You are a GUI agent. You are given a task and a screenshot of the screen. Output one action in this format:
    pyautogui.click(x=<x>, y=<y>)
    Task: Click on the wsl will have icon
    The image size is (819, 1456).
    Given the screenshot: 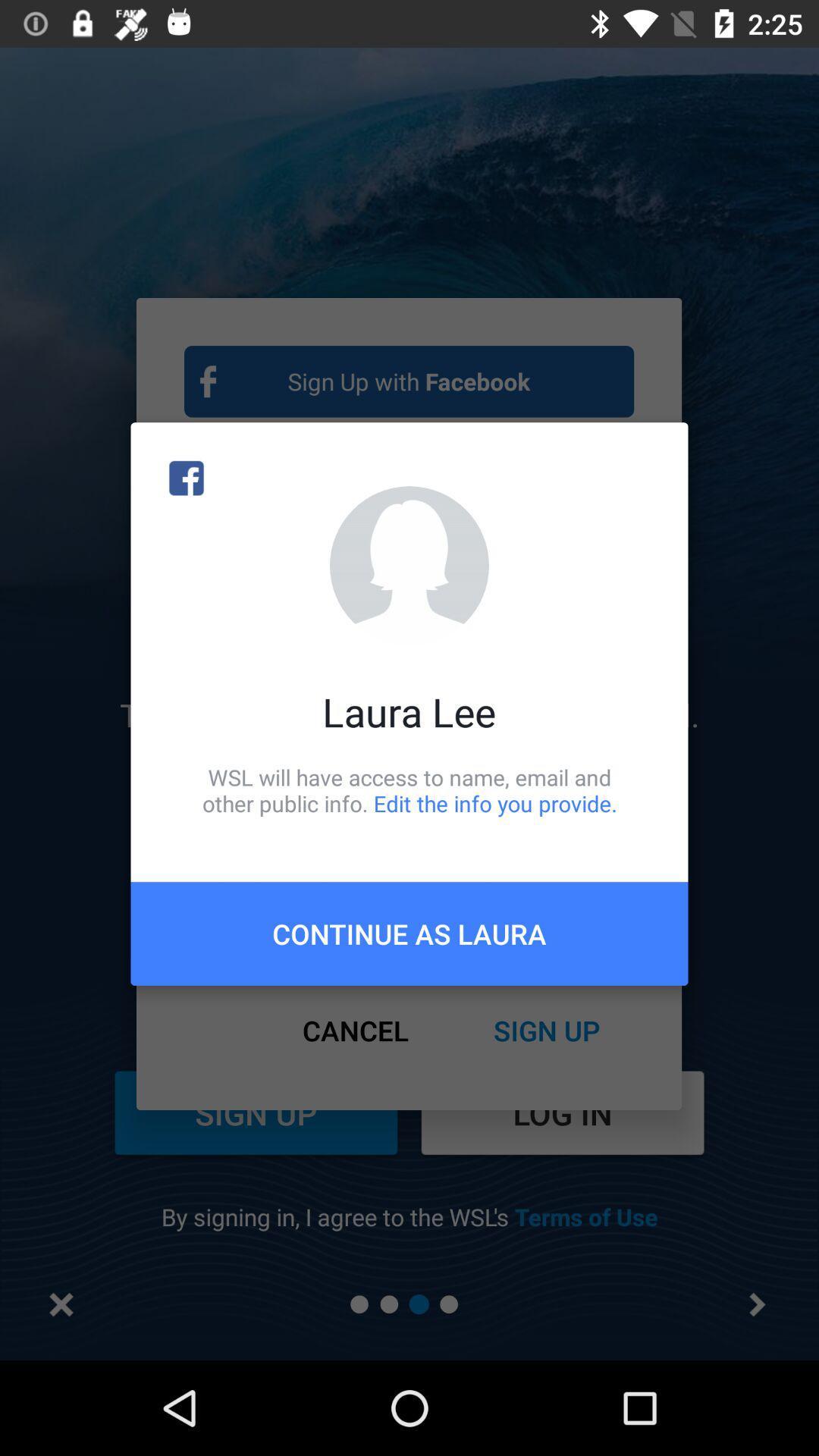 What is the action you would take?
    pyautogui.click(x=409, y=789)
    